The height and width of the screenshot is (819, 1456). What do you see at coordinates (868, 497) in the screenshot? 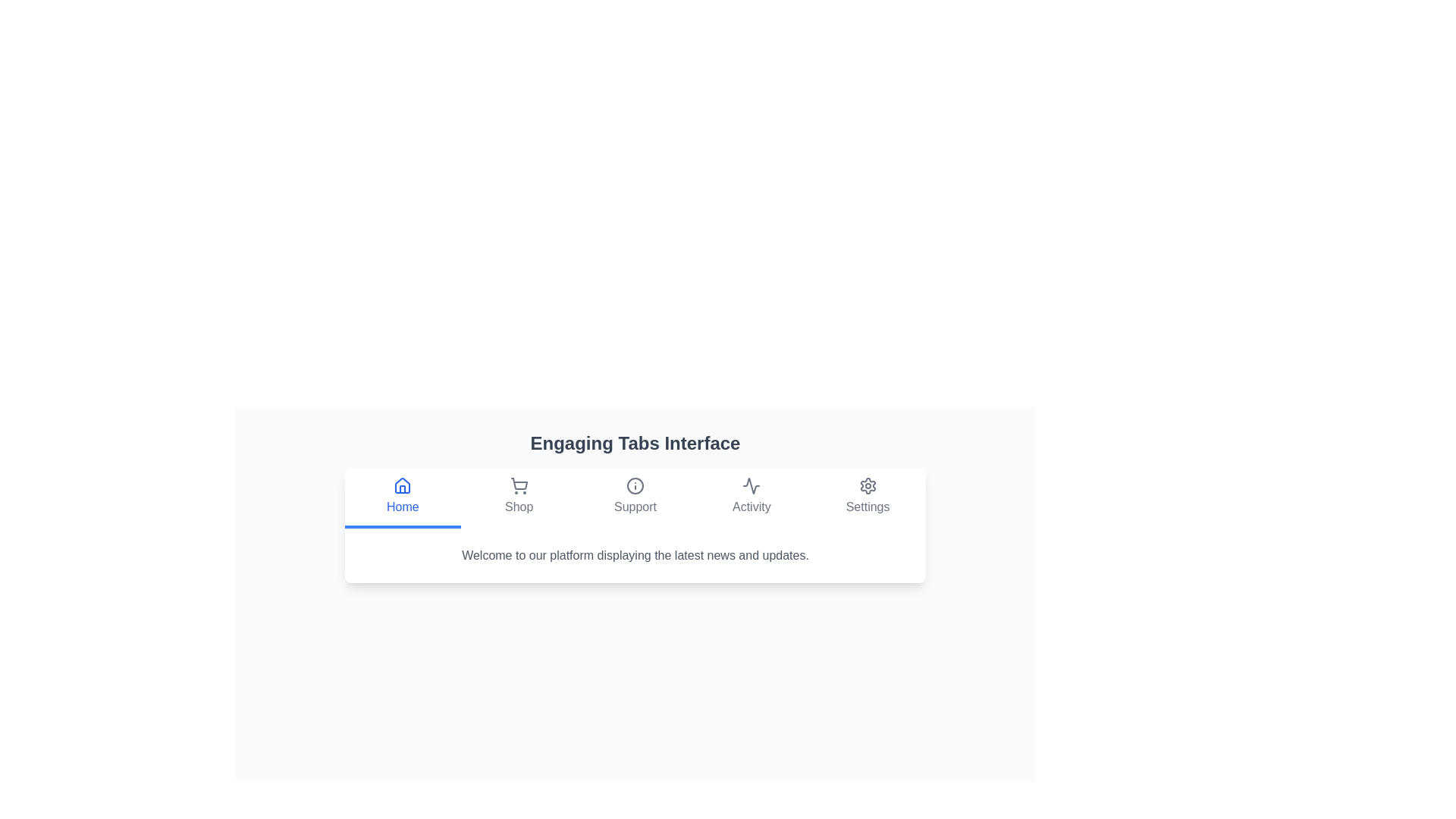
I see `the Interactive tab button, the fifth tab in the navigation bar` at bounding box center [868, 497].